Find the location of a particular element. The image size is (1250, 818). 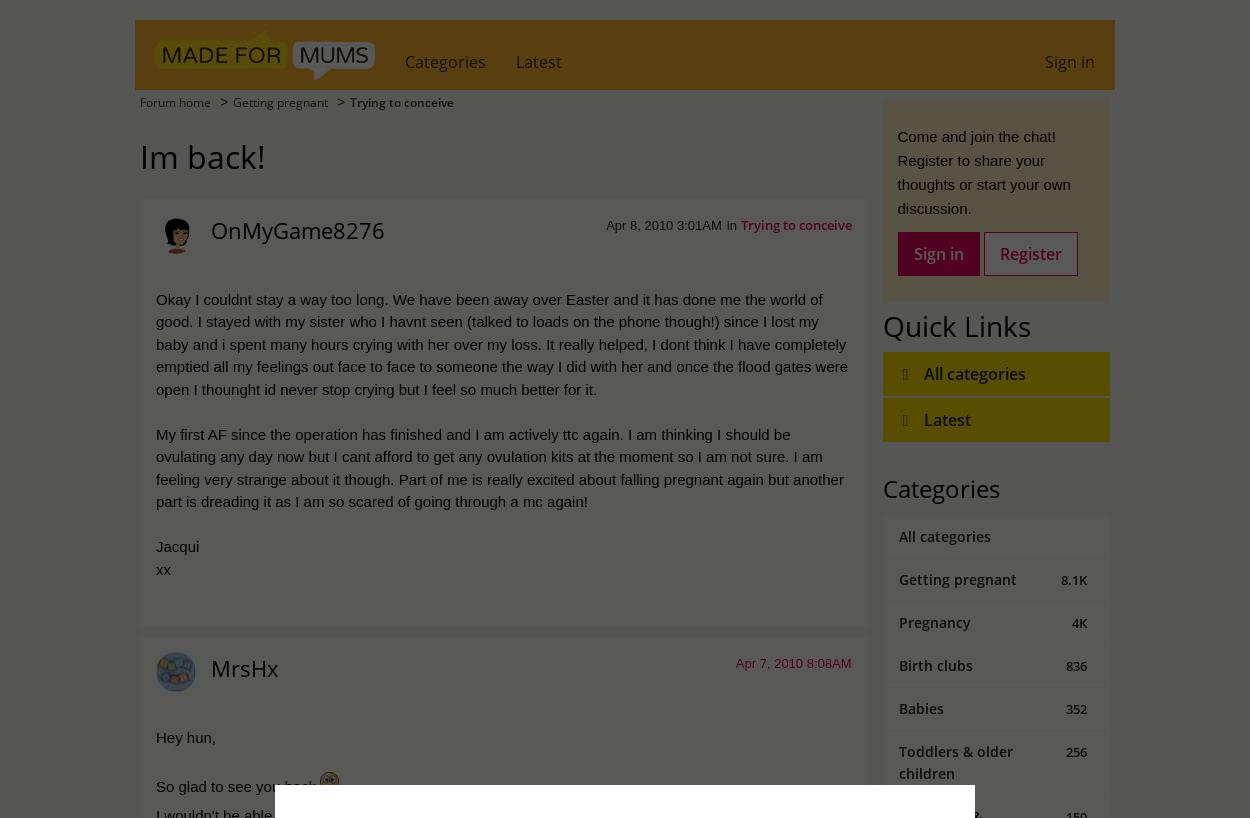

'Im back!' is located at coordinates (140, 154).